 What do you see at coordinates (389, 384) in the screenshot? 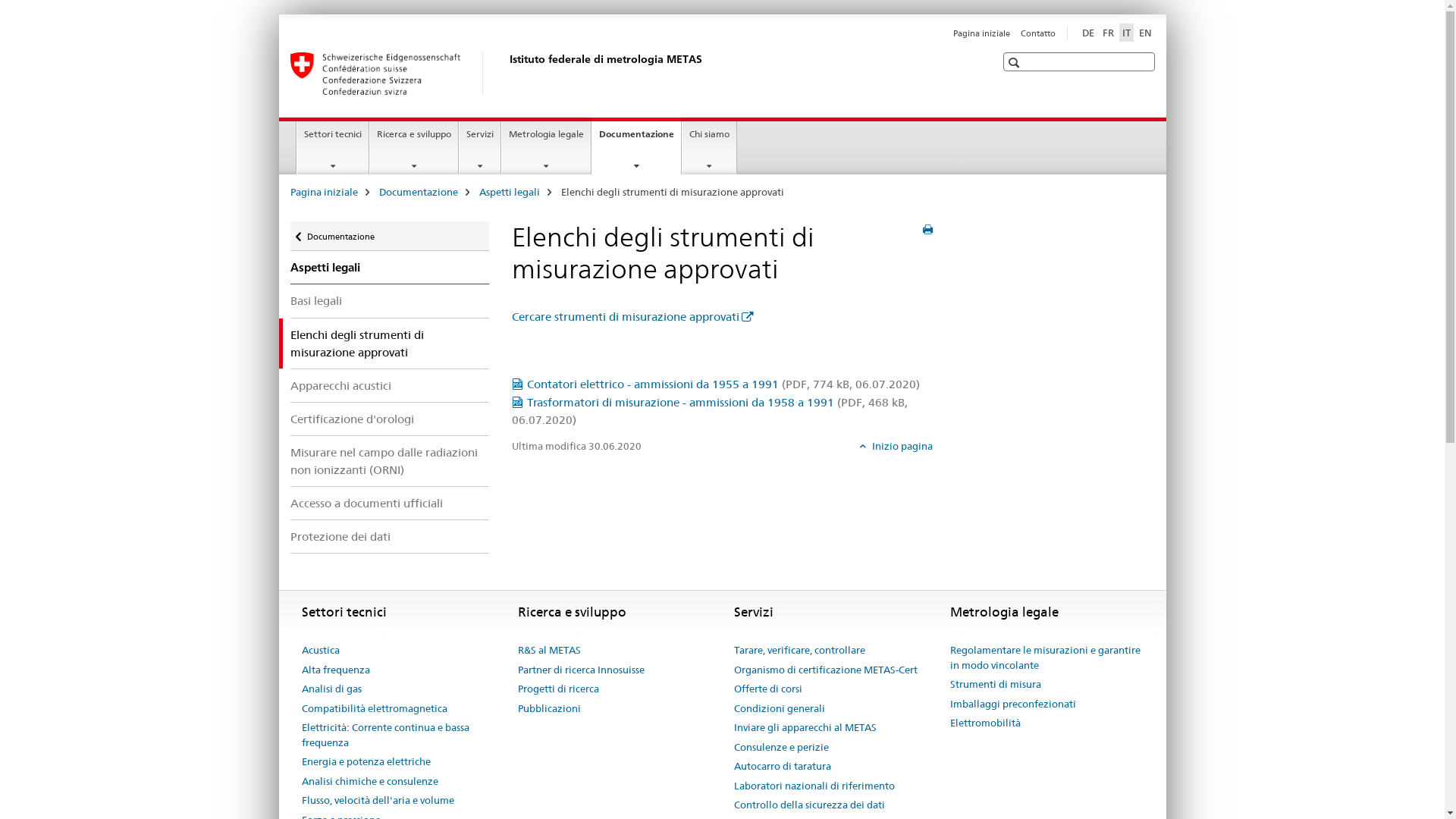
I see `'Apparecchi acustici'` at bounding box center [389, 384].